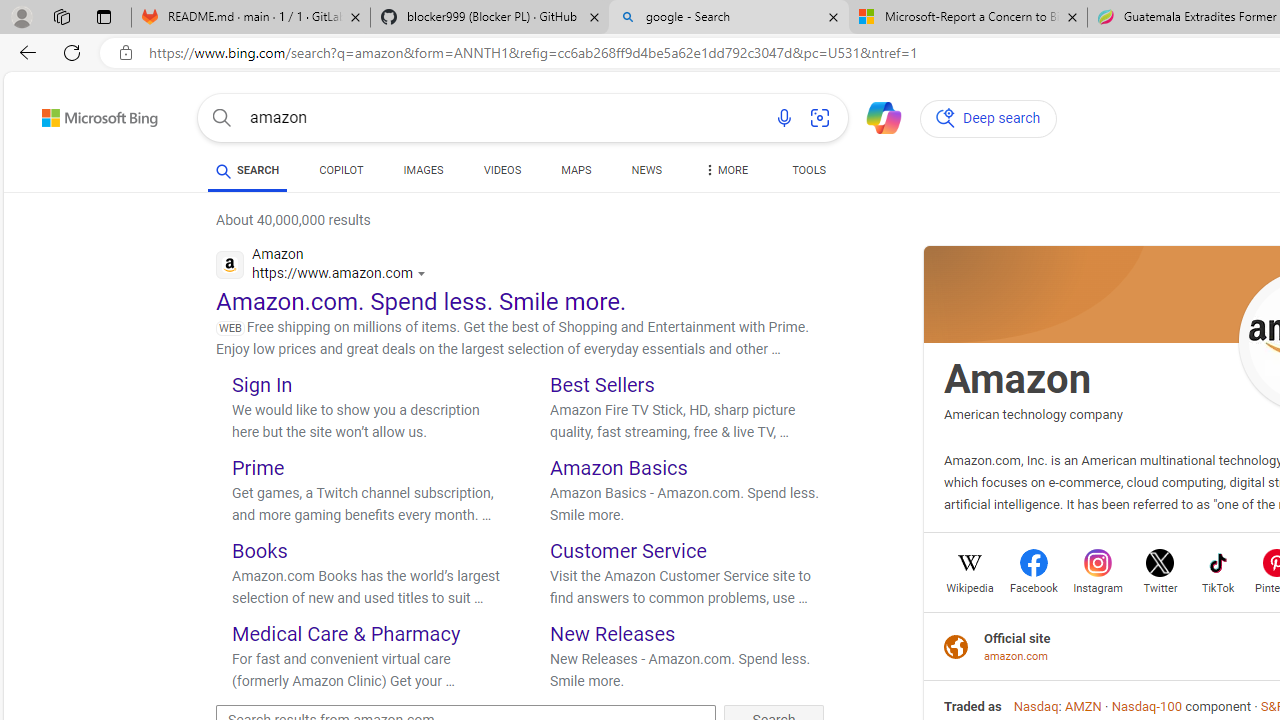 The height and width of the screenshot is (720, 1280). I want to click on 'Prime', so click(257, 467).